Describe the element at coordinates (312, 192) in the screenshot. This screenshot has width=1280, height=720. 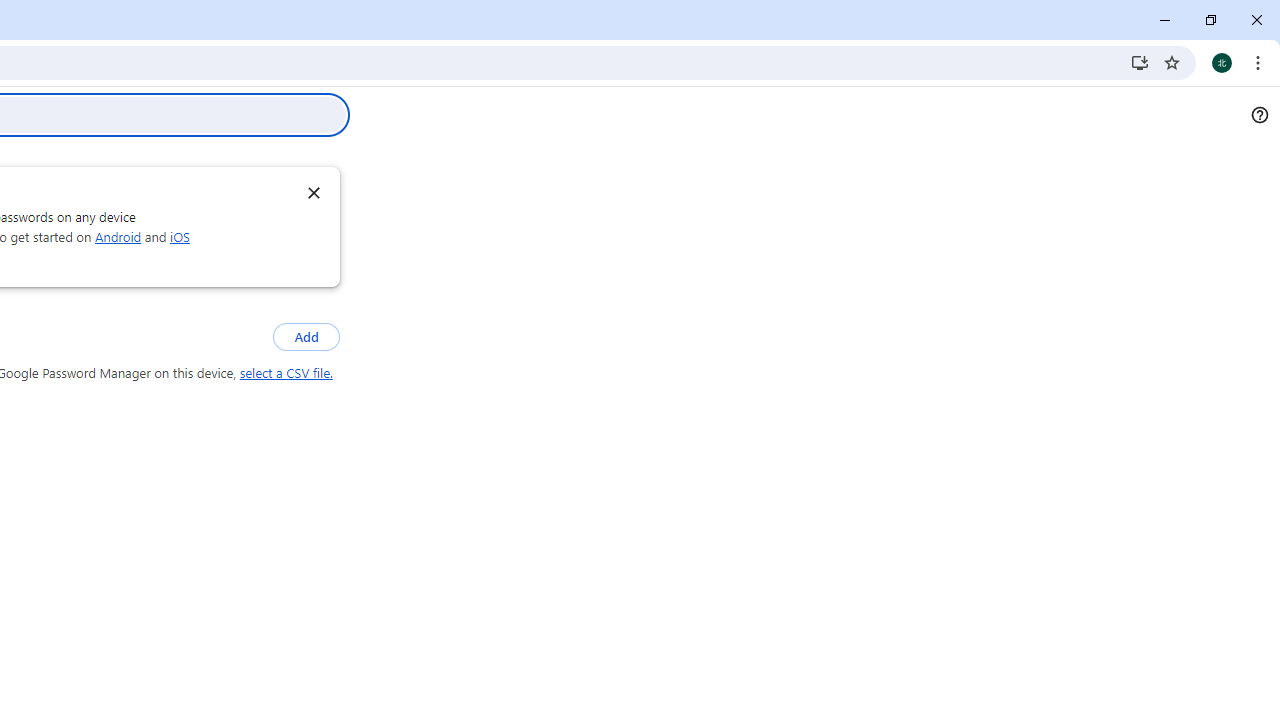
I see `'Dismiss recommendation'` at that location.